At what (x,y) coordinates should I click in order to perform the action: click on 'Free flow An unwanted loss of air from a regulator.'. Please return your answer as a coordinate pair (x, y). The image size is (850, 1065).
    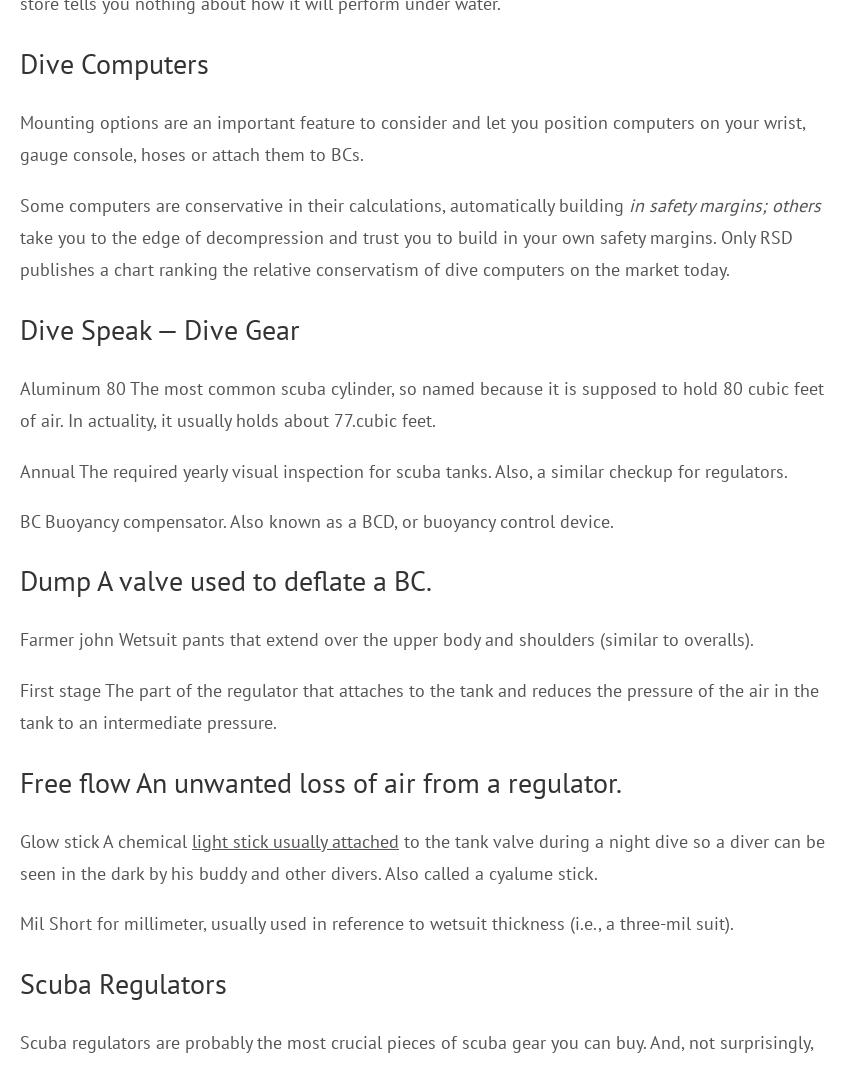
    Looking at the image, I should click on (320, 781).